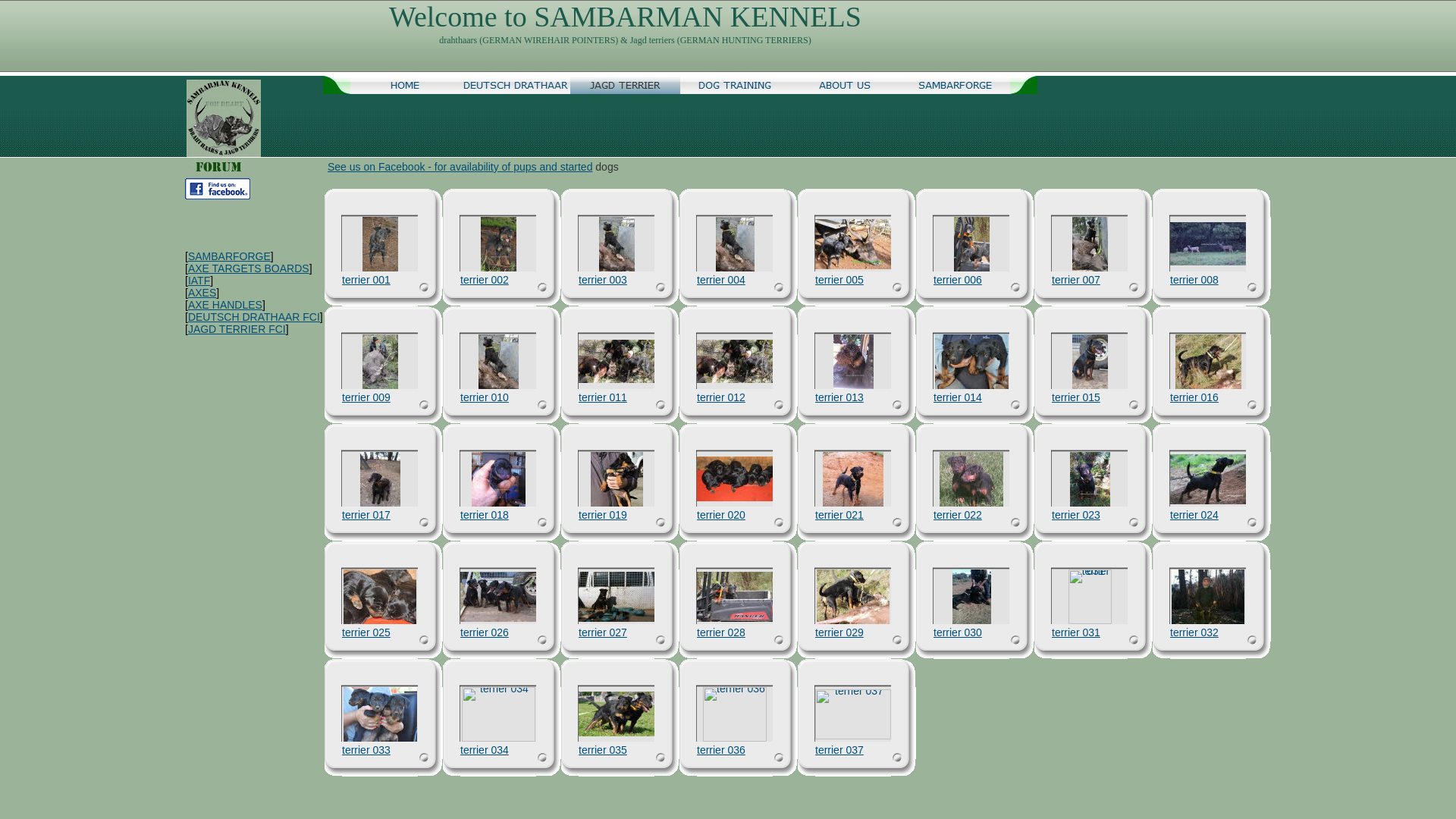  Describe the element at coordinates (380, 362) in the screenshot. I see `'terrier 009'` at that location.